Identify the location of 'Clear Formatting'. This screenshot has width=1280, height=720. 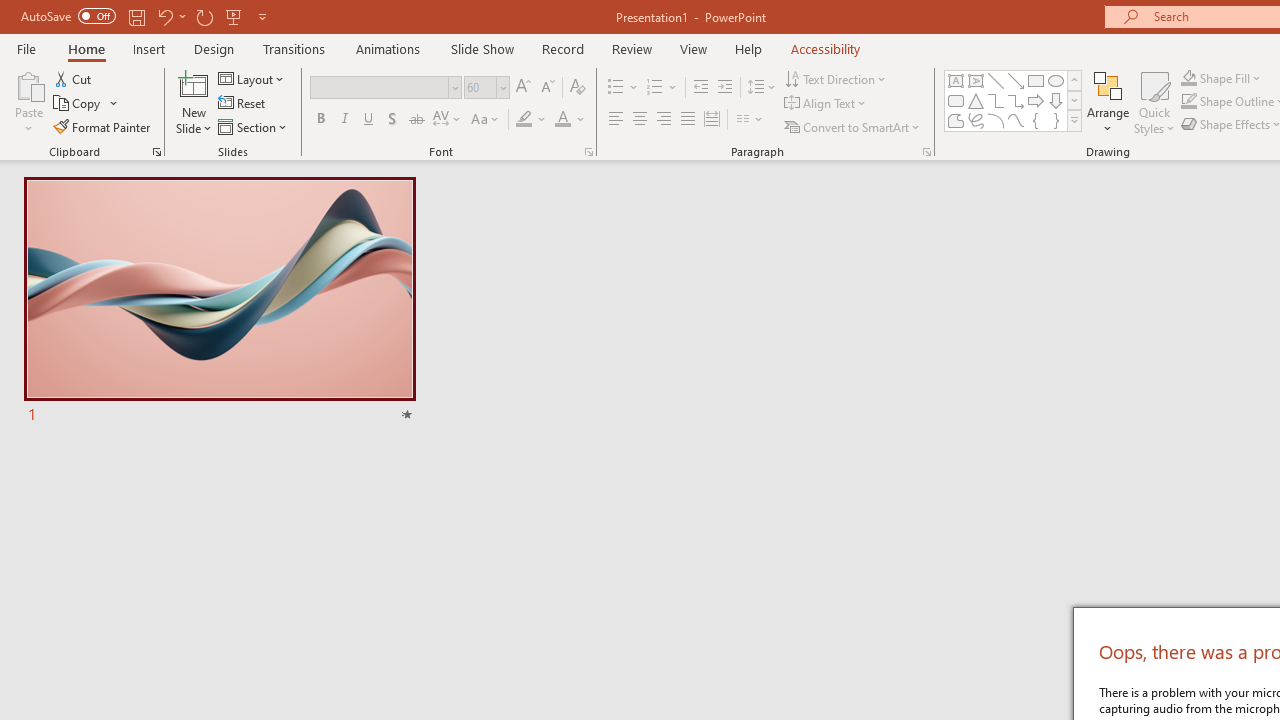
(576, 86).